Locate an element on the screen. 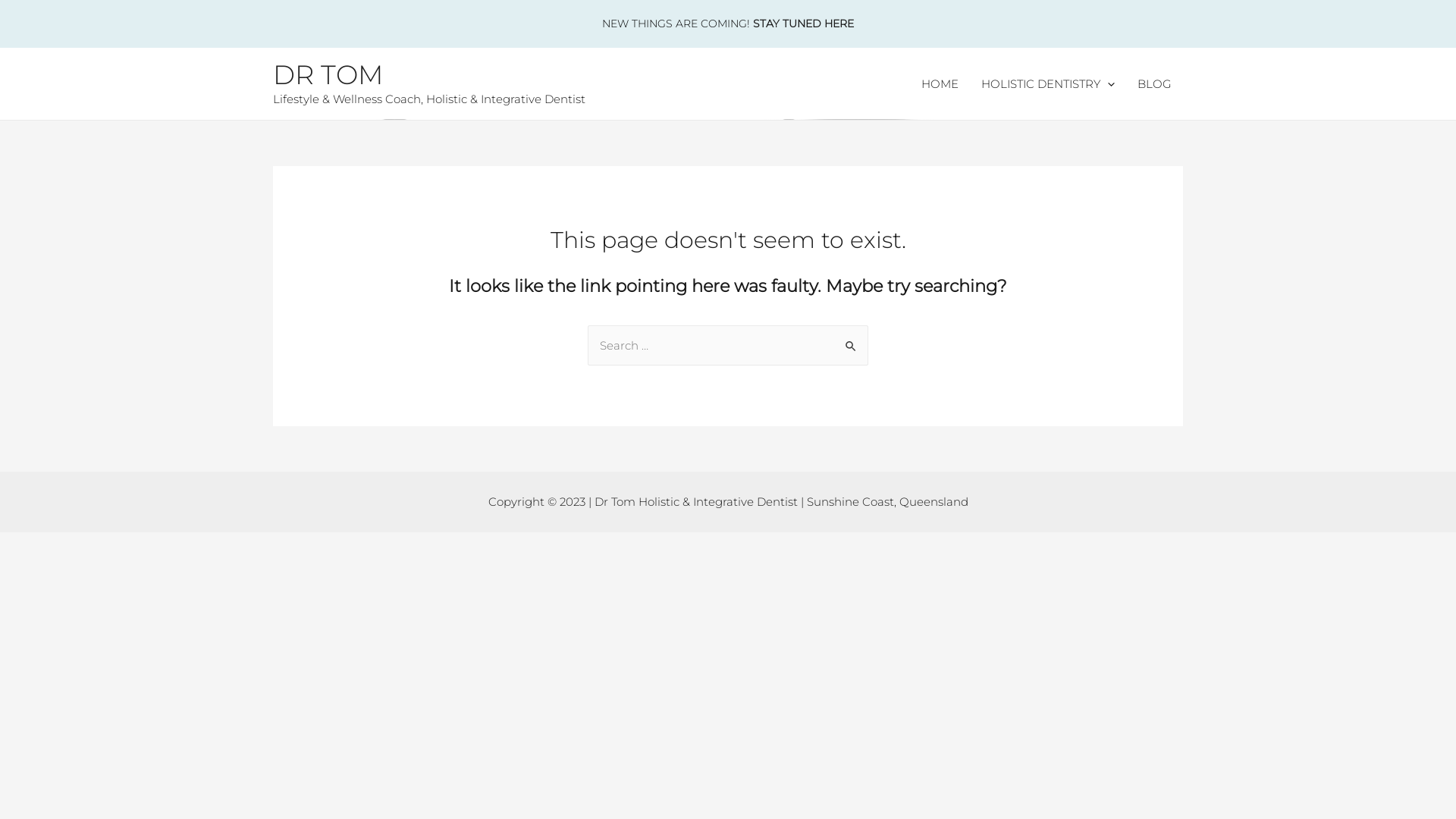 Image resolution: width=1456 pixels, height=819 pixels. 'STAY TUNED HERE' is located at coordinates (753, 23).